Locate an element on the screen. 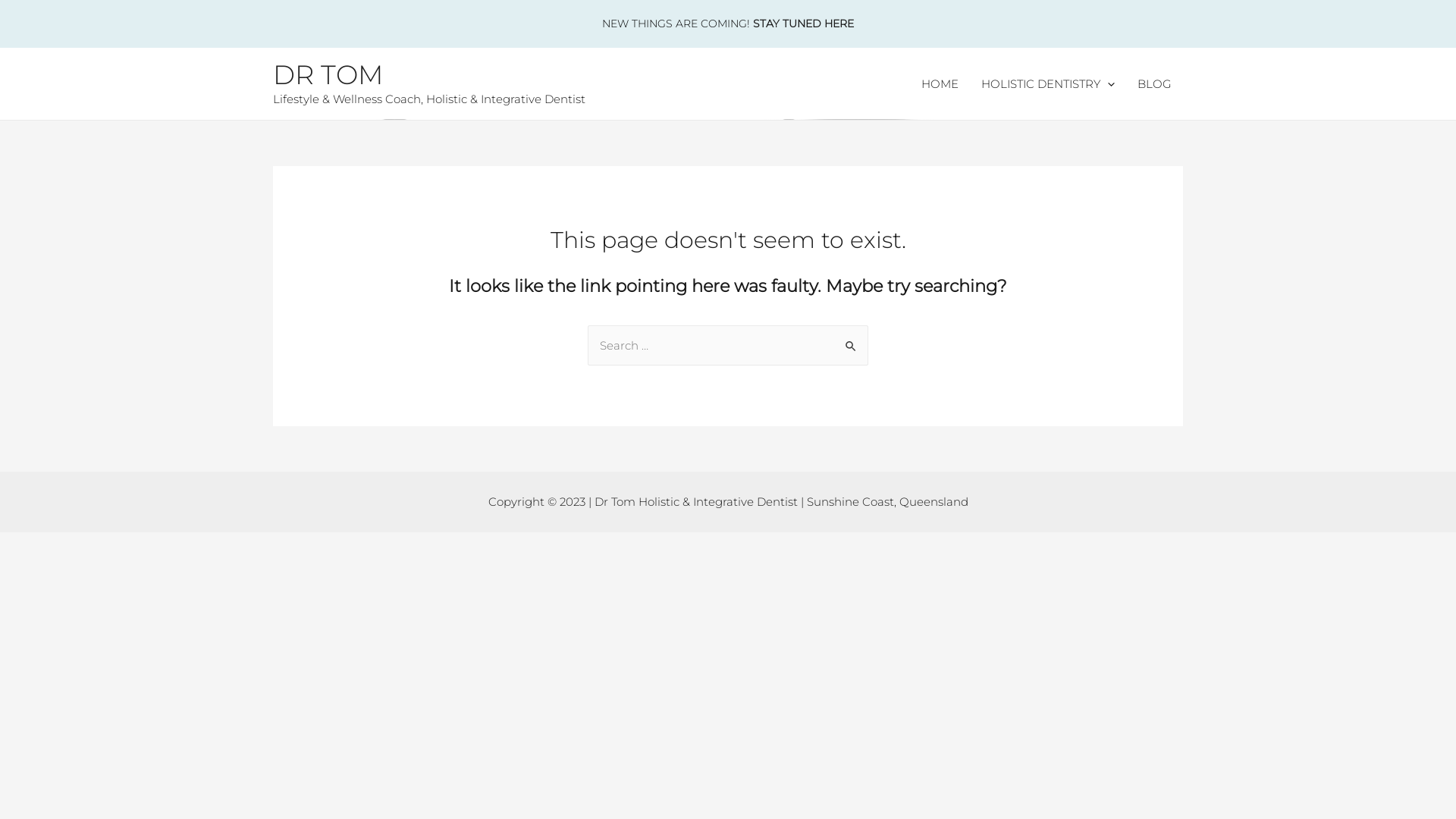 Image resolution: width=1456 pixels, height=819 pixels. 'STAY TUNED HERE' is located at coordinates (753, 23).